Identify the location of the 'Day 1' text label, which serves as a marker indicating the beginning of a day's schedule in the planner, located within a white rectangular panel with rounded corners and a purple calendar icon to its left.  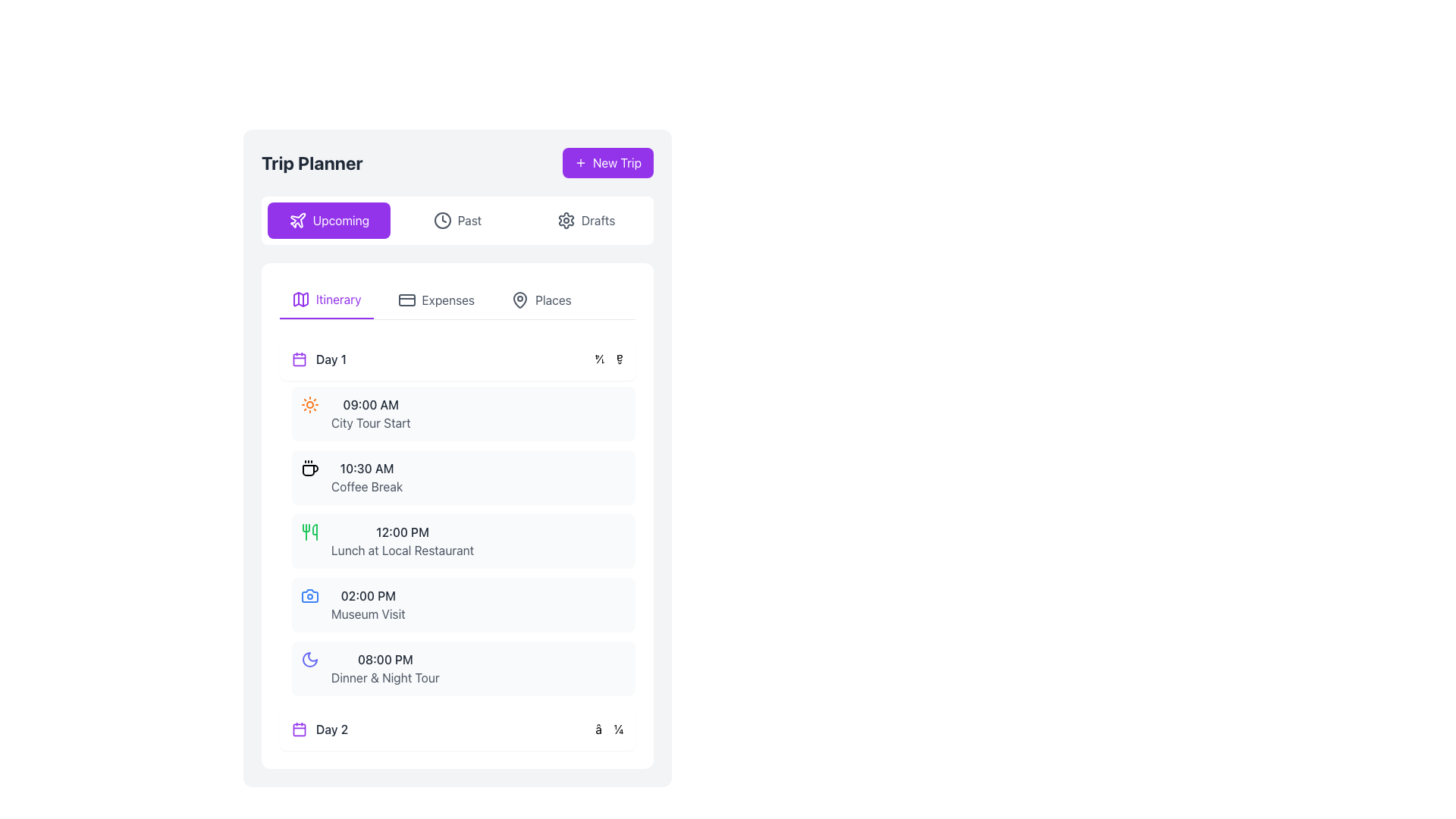
(318, 359).